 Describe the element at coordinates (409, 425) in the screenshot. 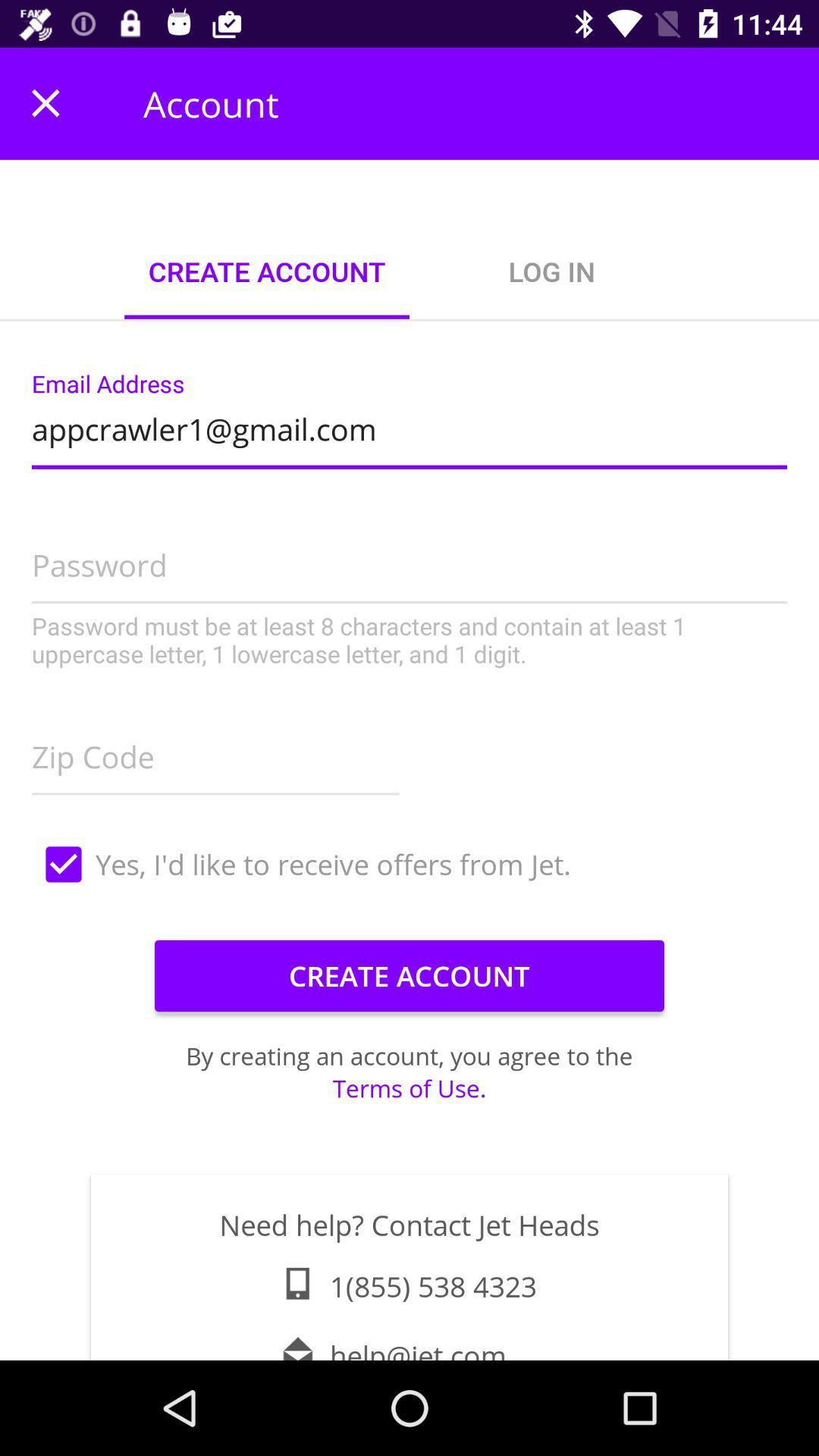

I see `the appcrawler1@gmail.com icon` at that location.